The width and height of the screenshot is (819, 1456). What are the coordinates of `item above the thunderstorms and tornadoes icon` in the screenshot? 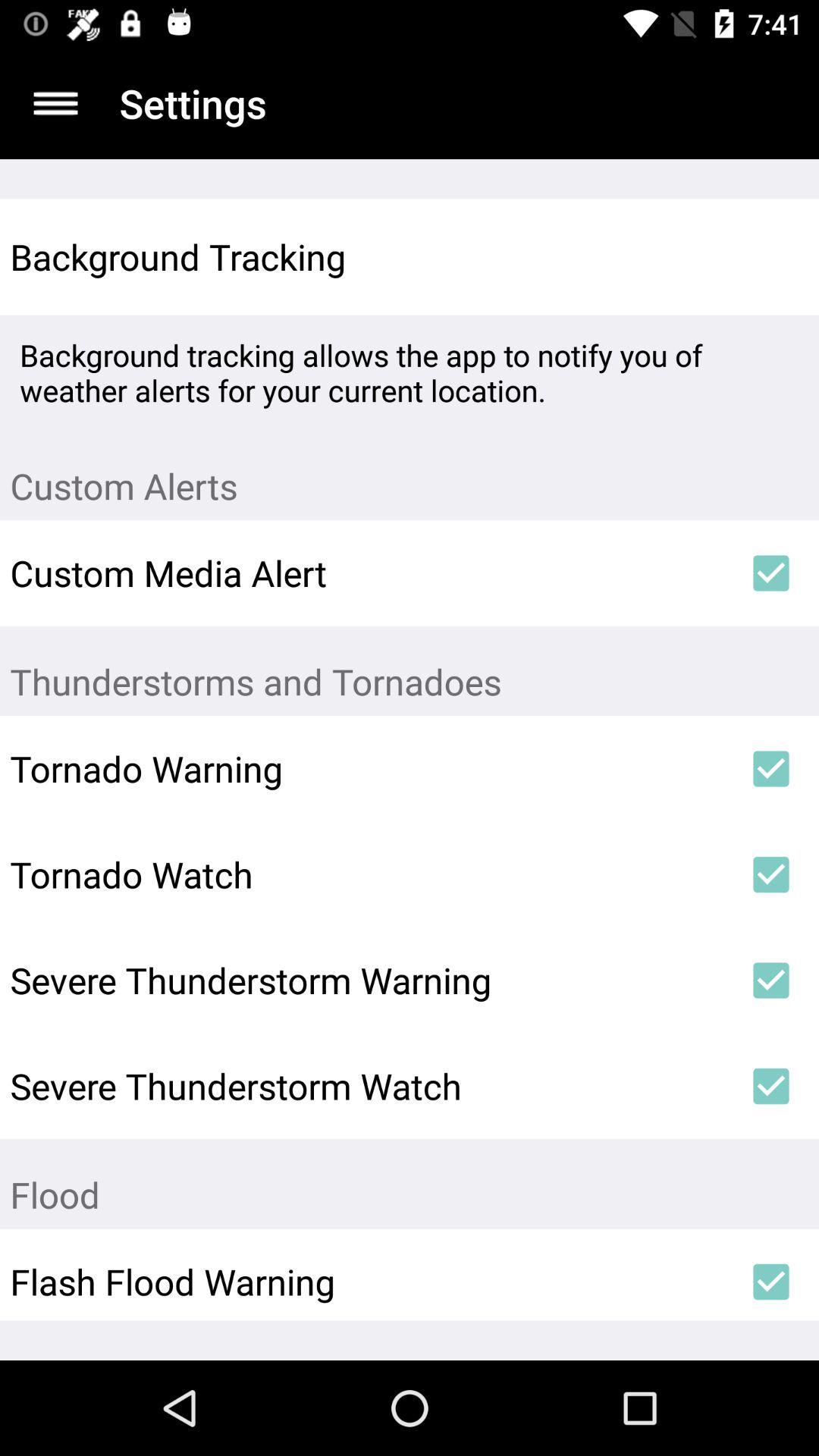 It's located at (771, 572).